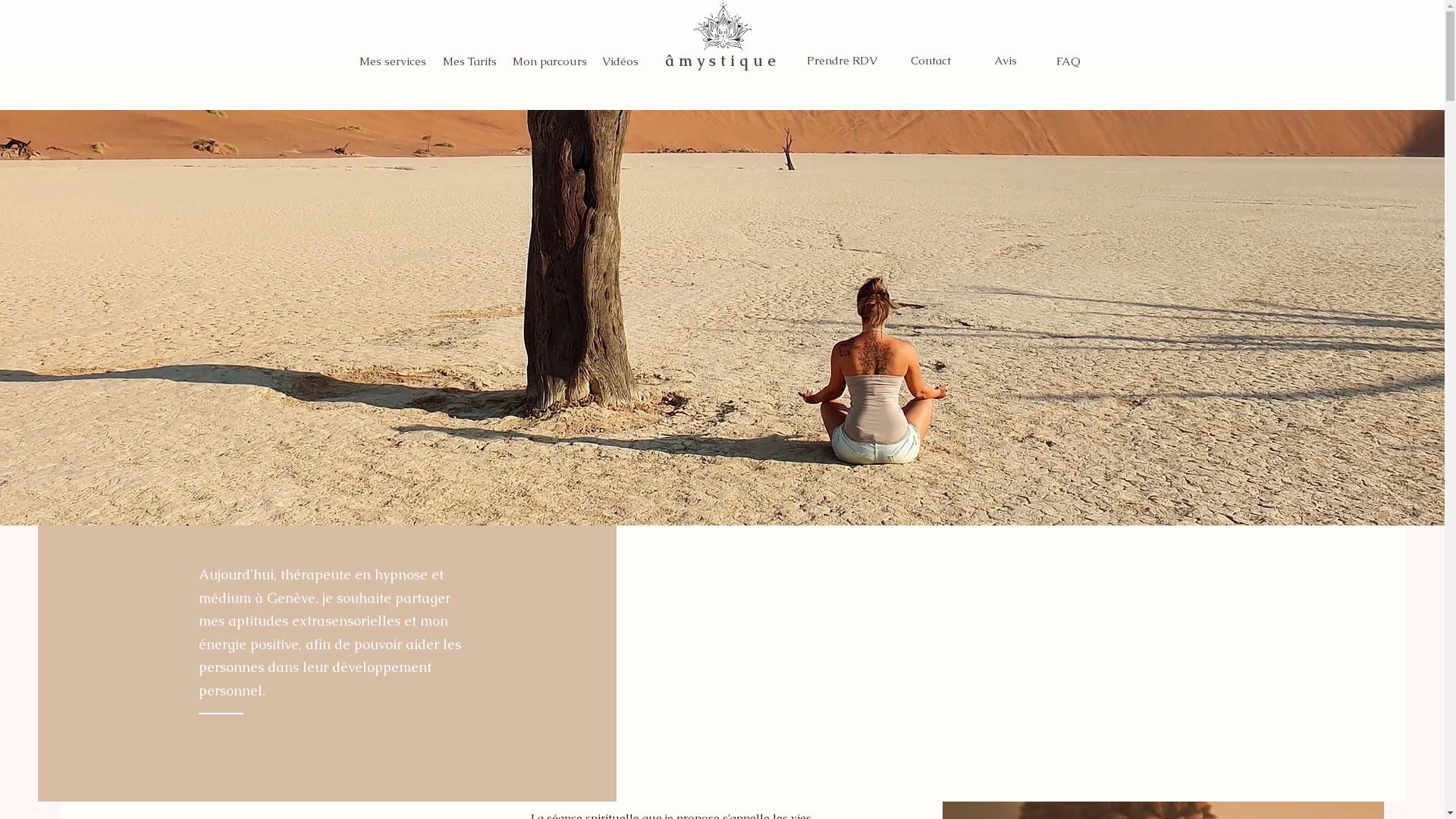 This screenshot has height=819, width=1456. Describe the element at coordinates (929, 60) in the screenshot. I see `'Contact'` at that location.